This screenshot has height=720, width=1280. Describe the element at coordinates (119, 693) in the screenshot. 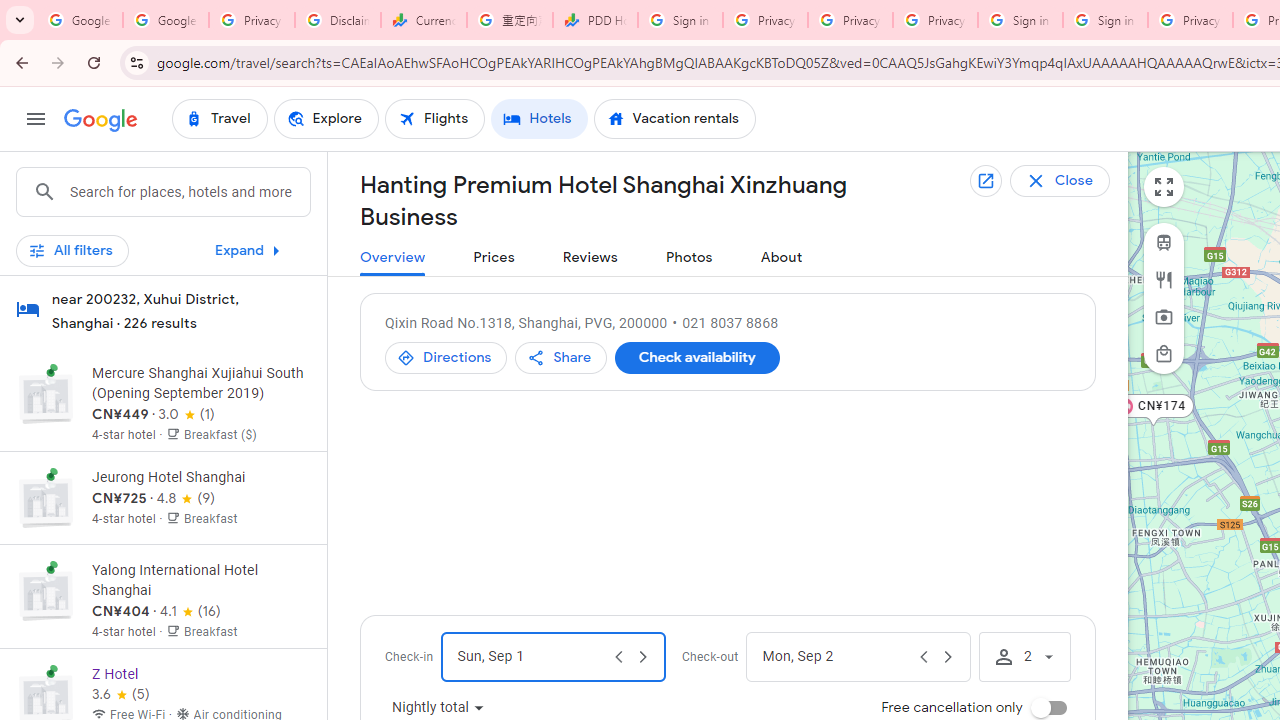

I see `'3.6 out of 5 stars from 5 reviews'` at that location.